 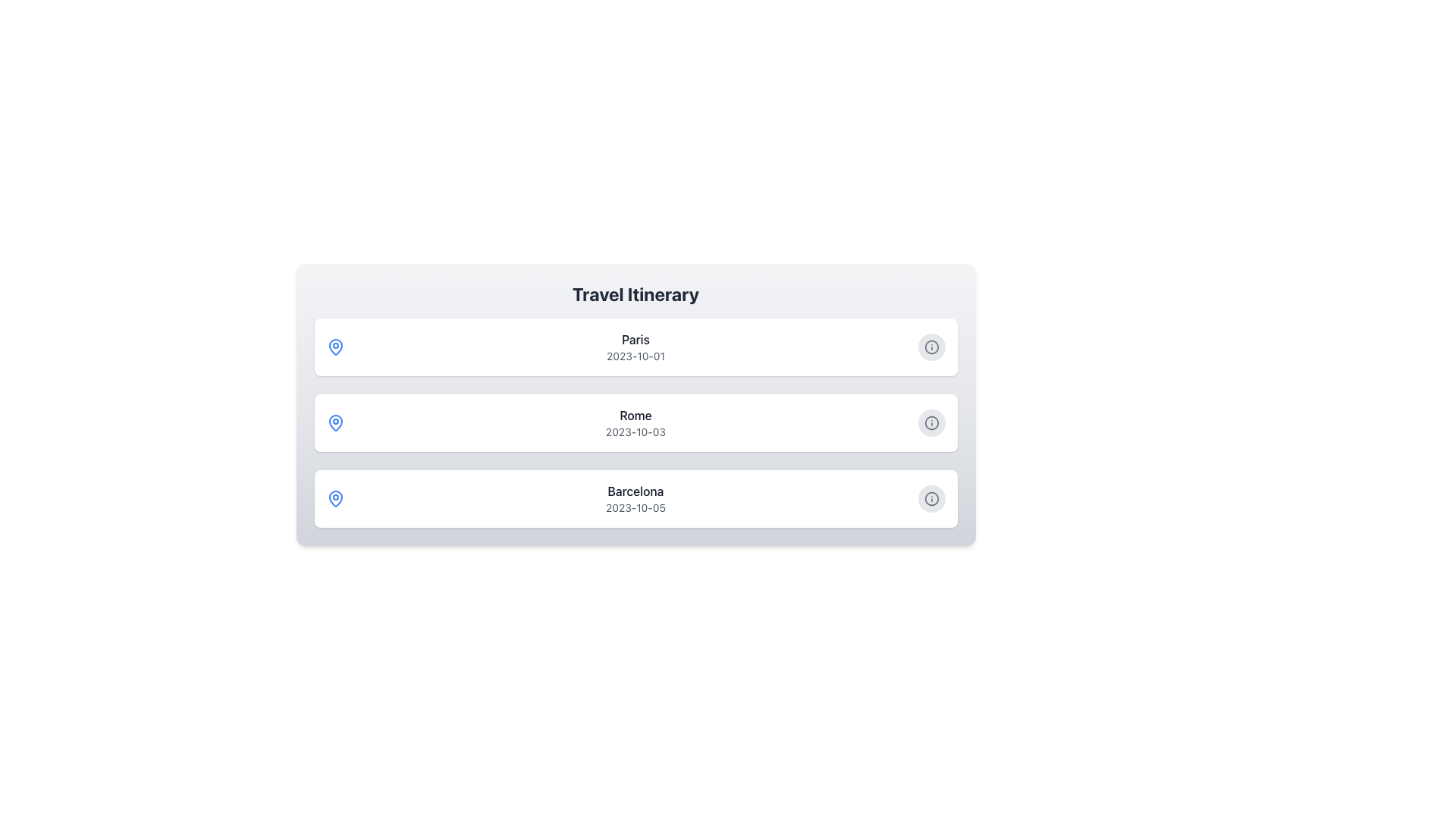 I want to click on the second travel entry card indicating 'Rome' dated '2023-10-03' in the 'Travel Itinerary' list, so click(x=635, y=403).